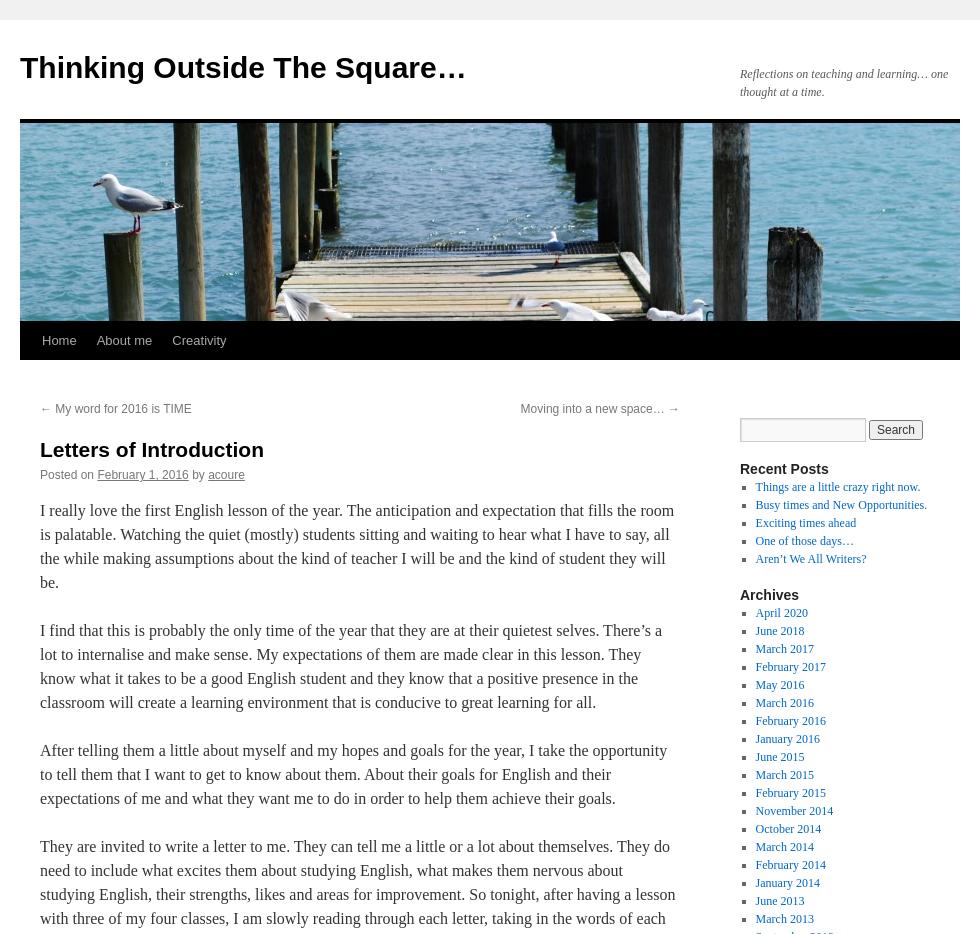 The image size is (980, 934). I want to click on 'Moving into a new space…', so click(593, 407).